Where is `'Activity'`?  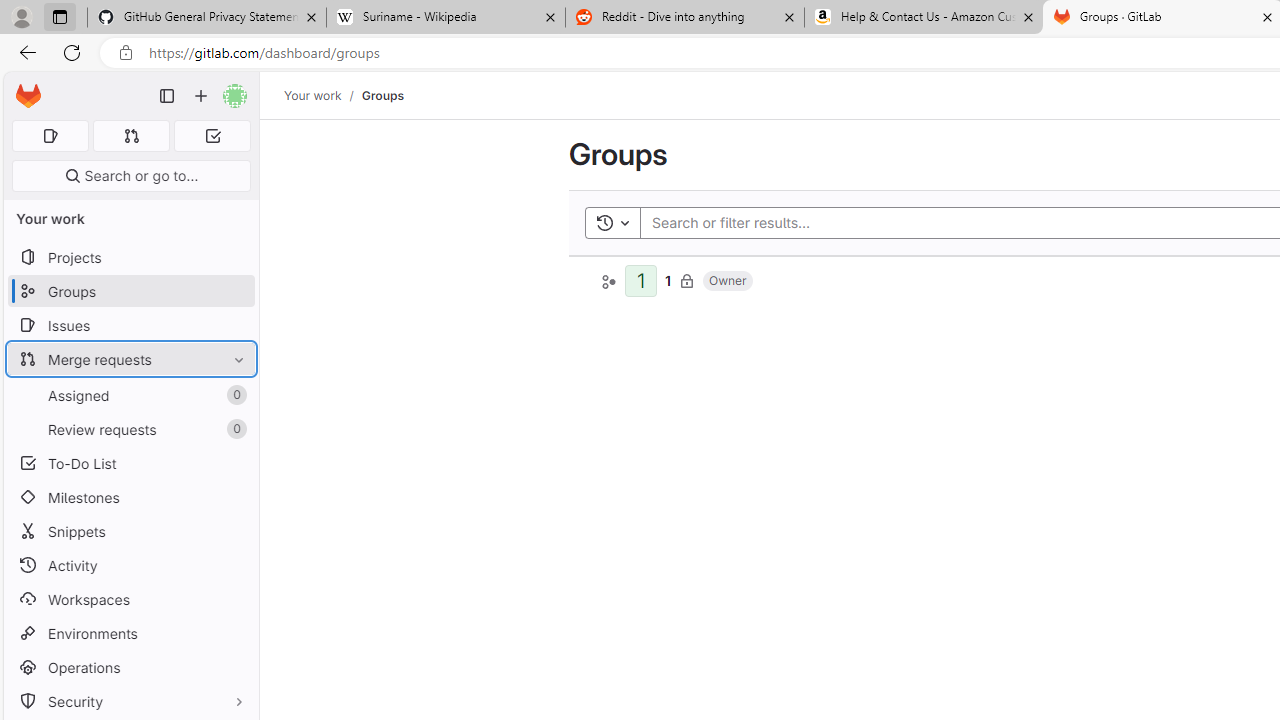 'Activity' is located at coordinates (130, 565).